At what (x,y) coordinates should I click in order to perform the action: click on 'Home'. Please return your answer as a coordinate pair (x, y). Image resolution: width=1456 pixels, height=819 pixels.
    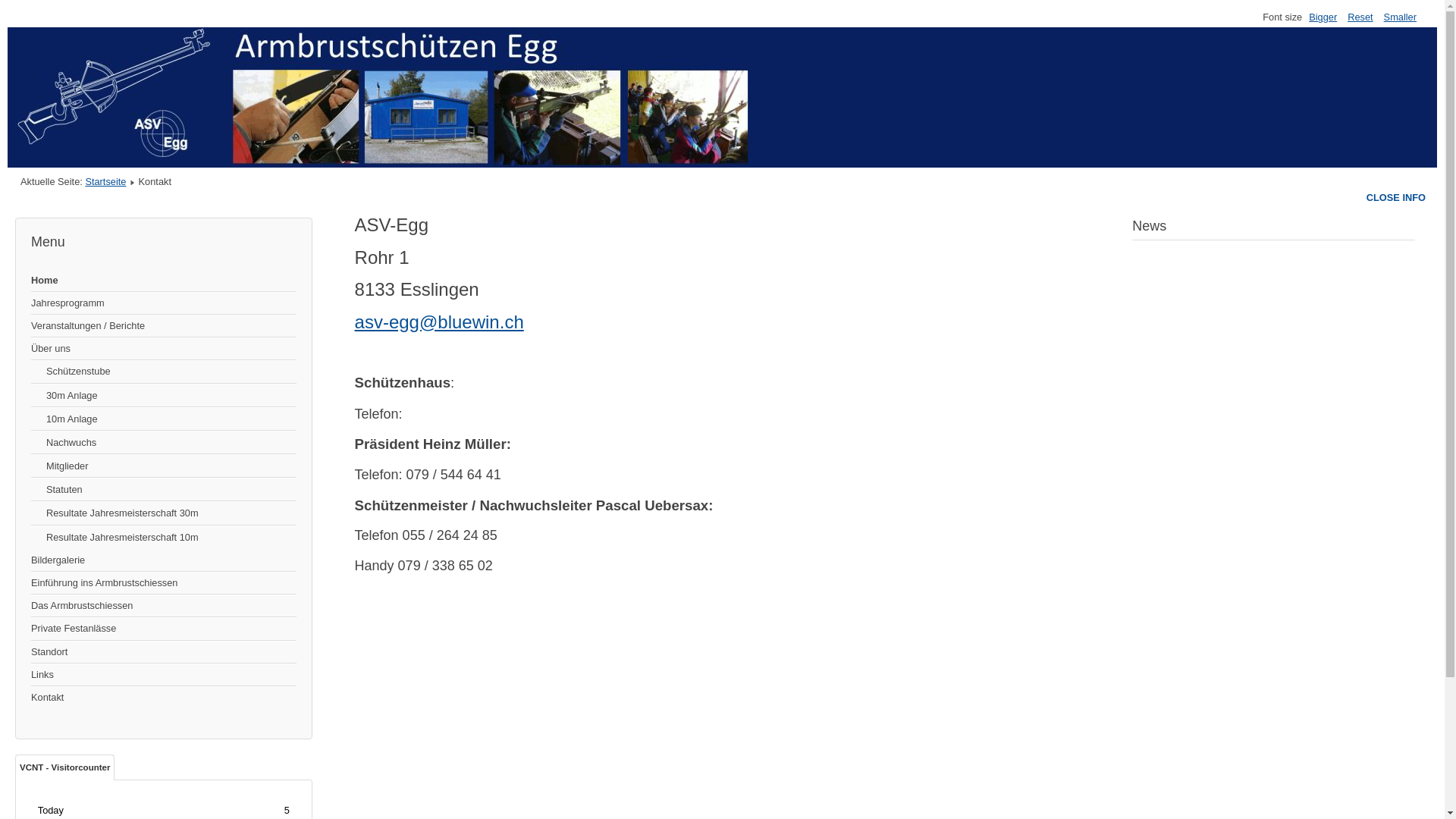
    Looking at the image, I should click on (164, 281).